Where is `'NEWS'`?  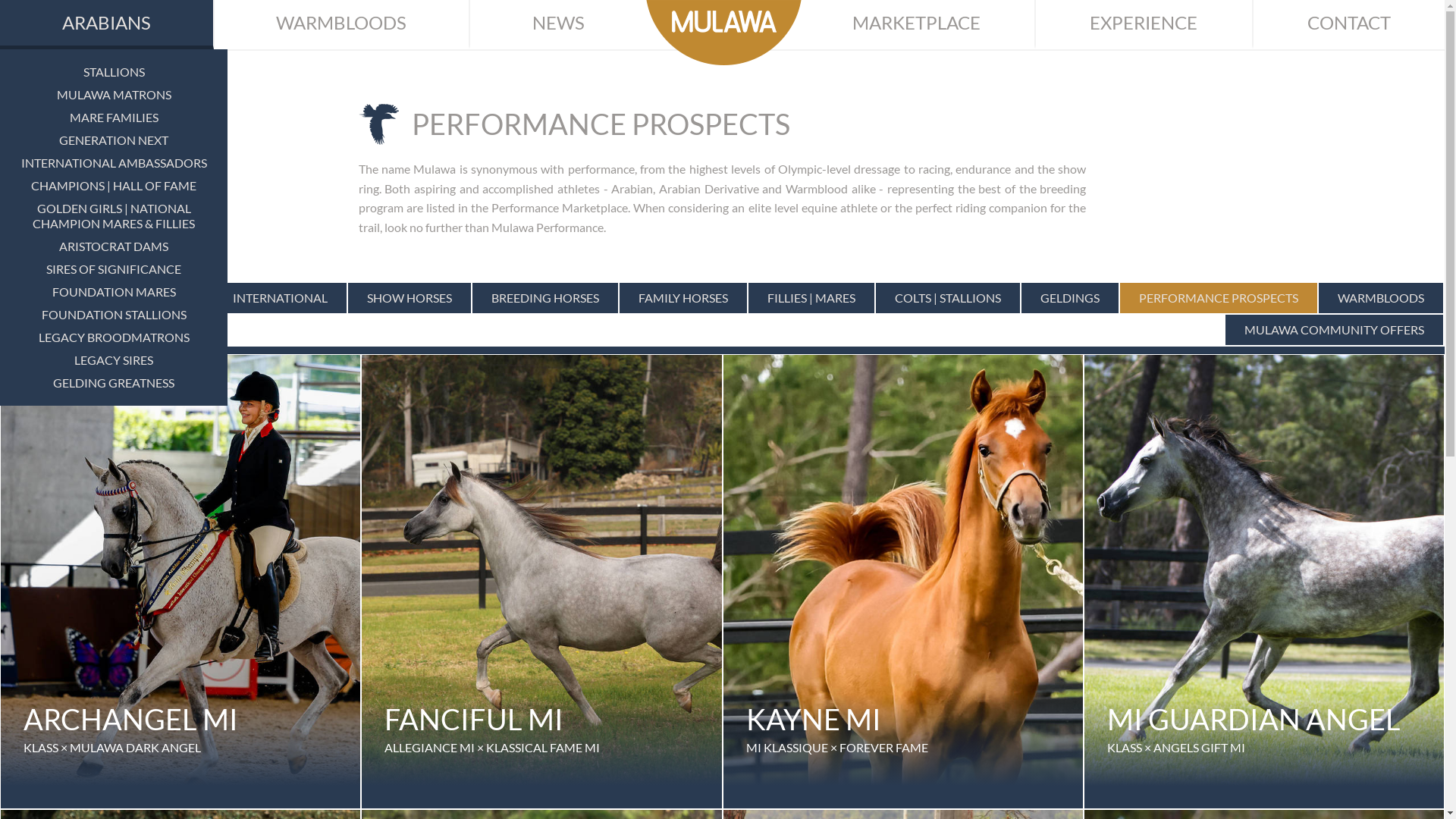 'NEWS' is located at coordinates (557, 24).